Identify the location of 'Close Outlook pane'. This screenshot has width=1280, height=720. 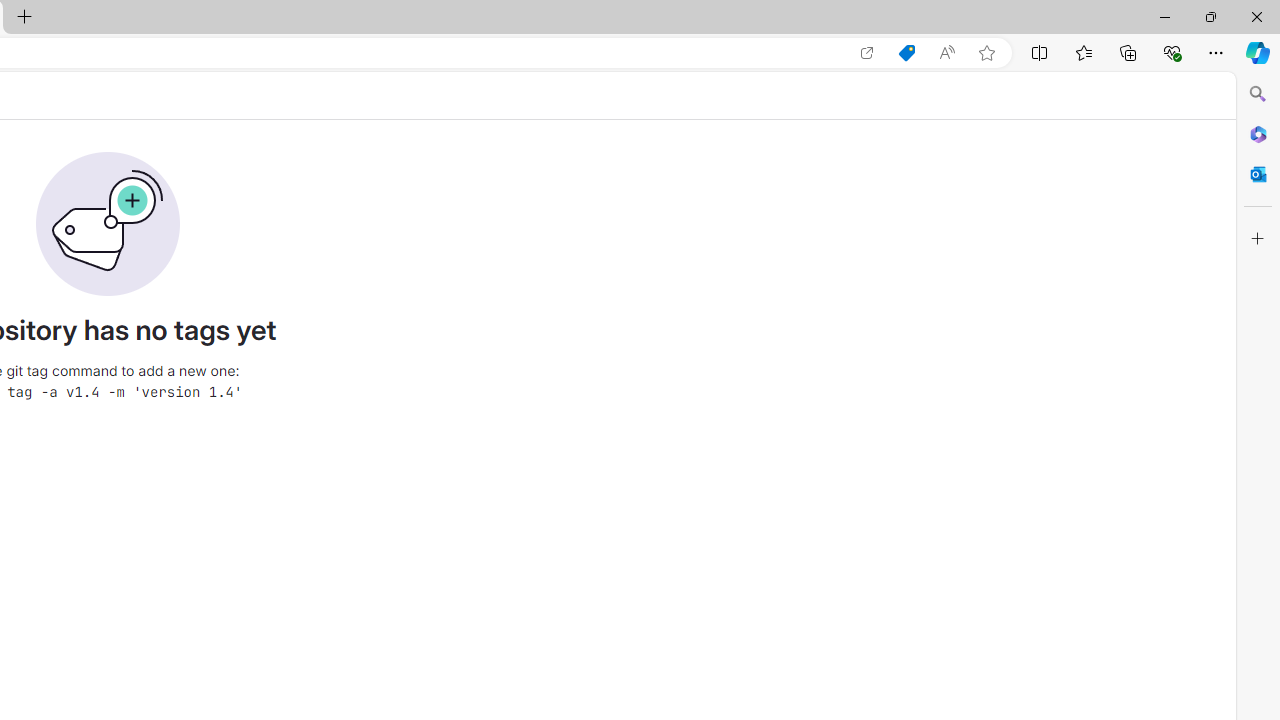
(1257, 173).